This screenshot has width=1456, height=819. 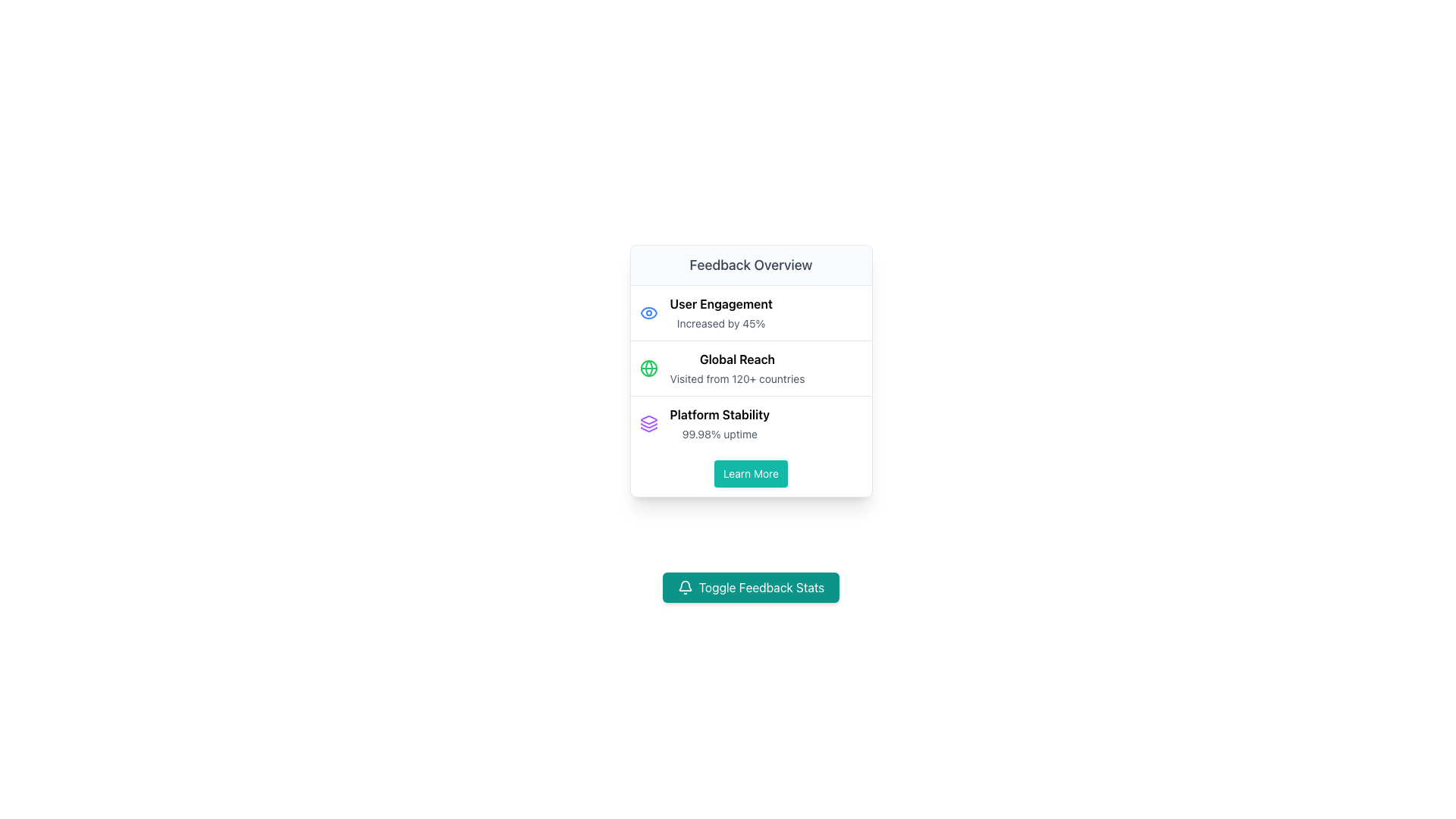 I want to click on the Header or Title element located at the top of the pop-up card, which provides an overview for the content below, so click(x=751, y=265).